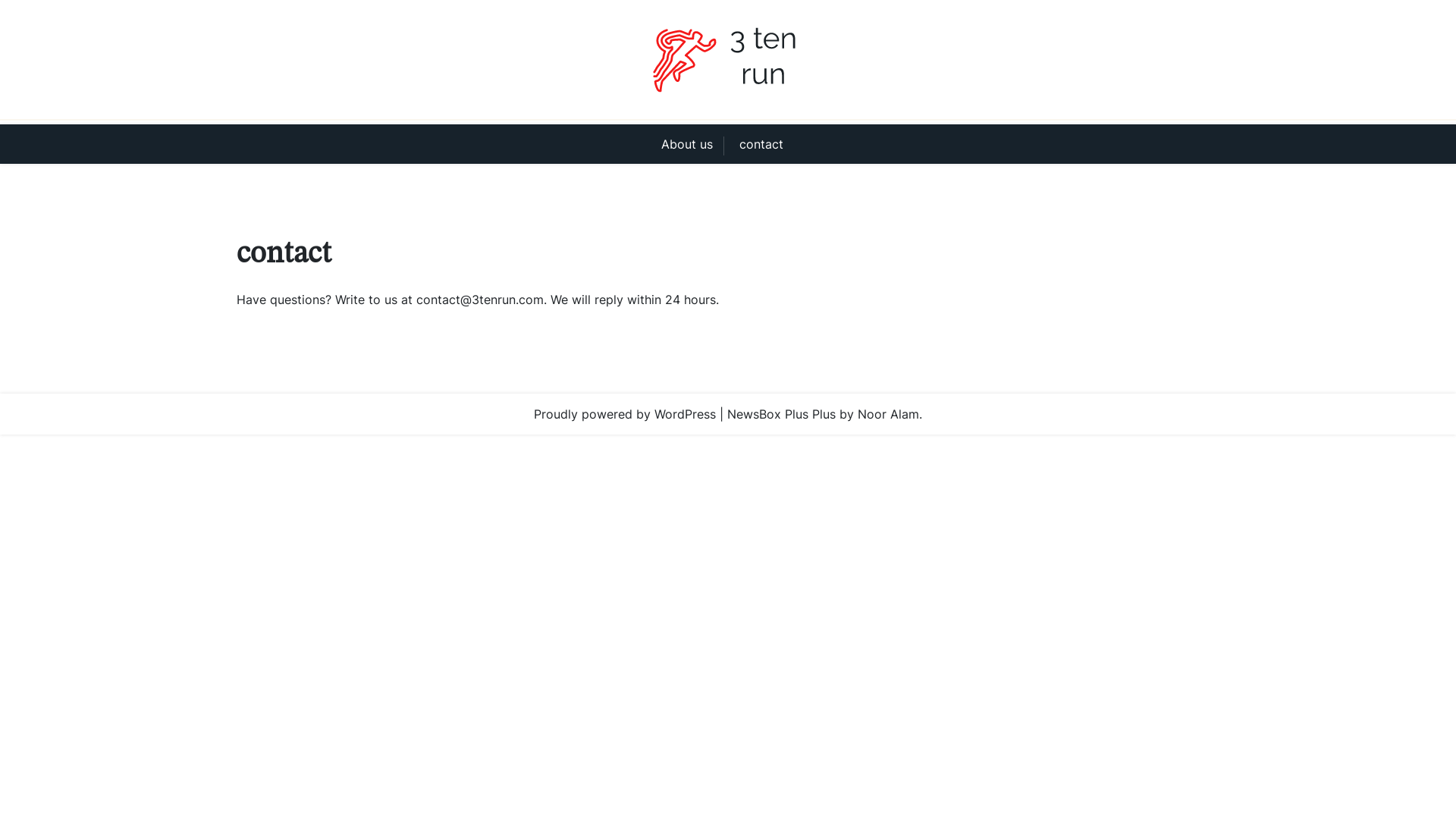  Describe the element at coordinates (728, 143) in the screenshot. I see `'contact'` at that location.